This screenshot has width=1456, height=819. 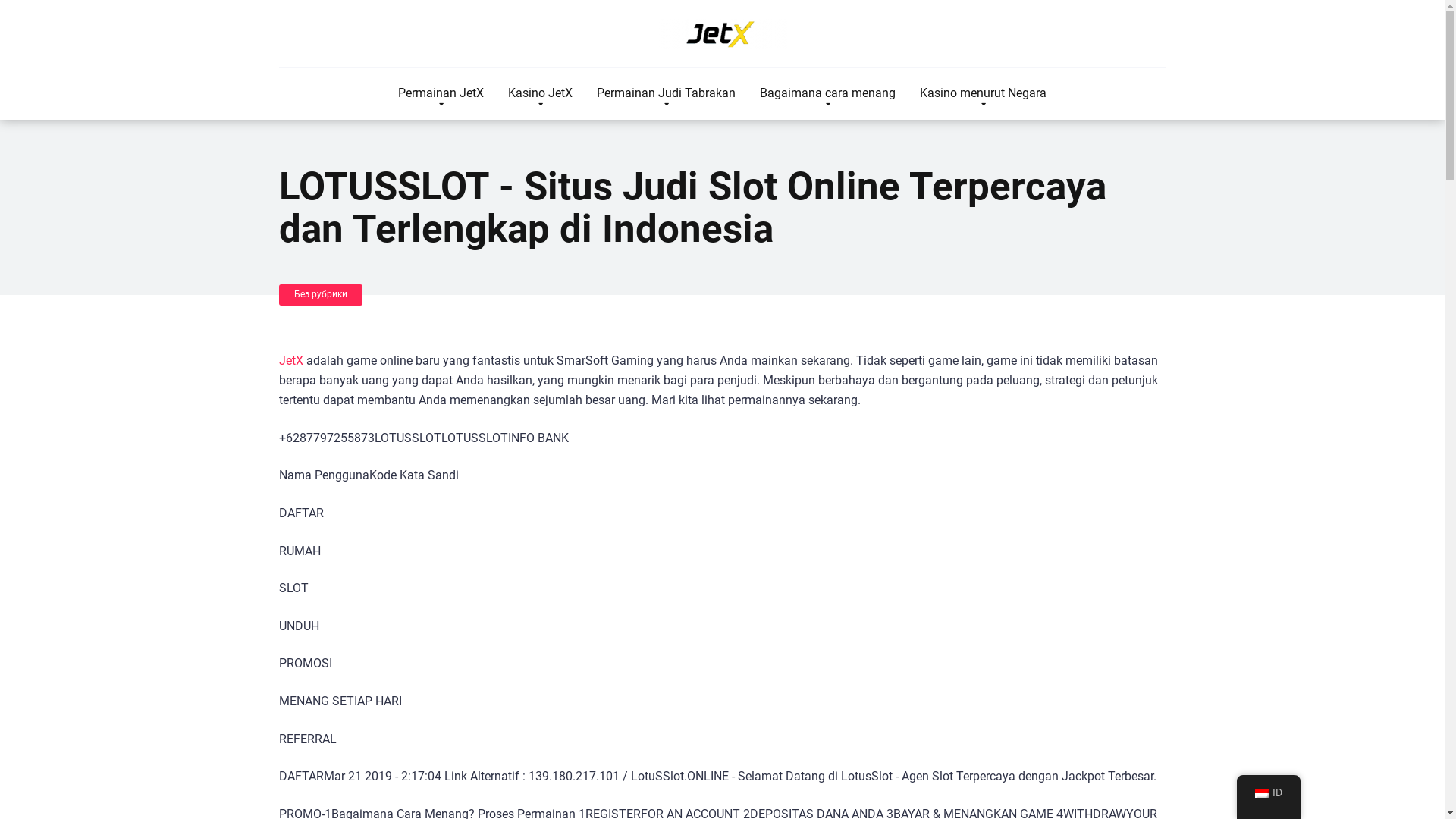 I want to click on 'JetX', so click(x=291, y=360).